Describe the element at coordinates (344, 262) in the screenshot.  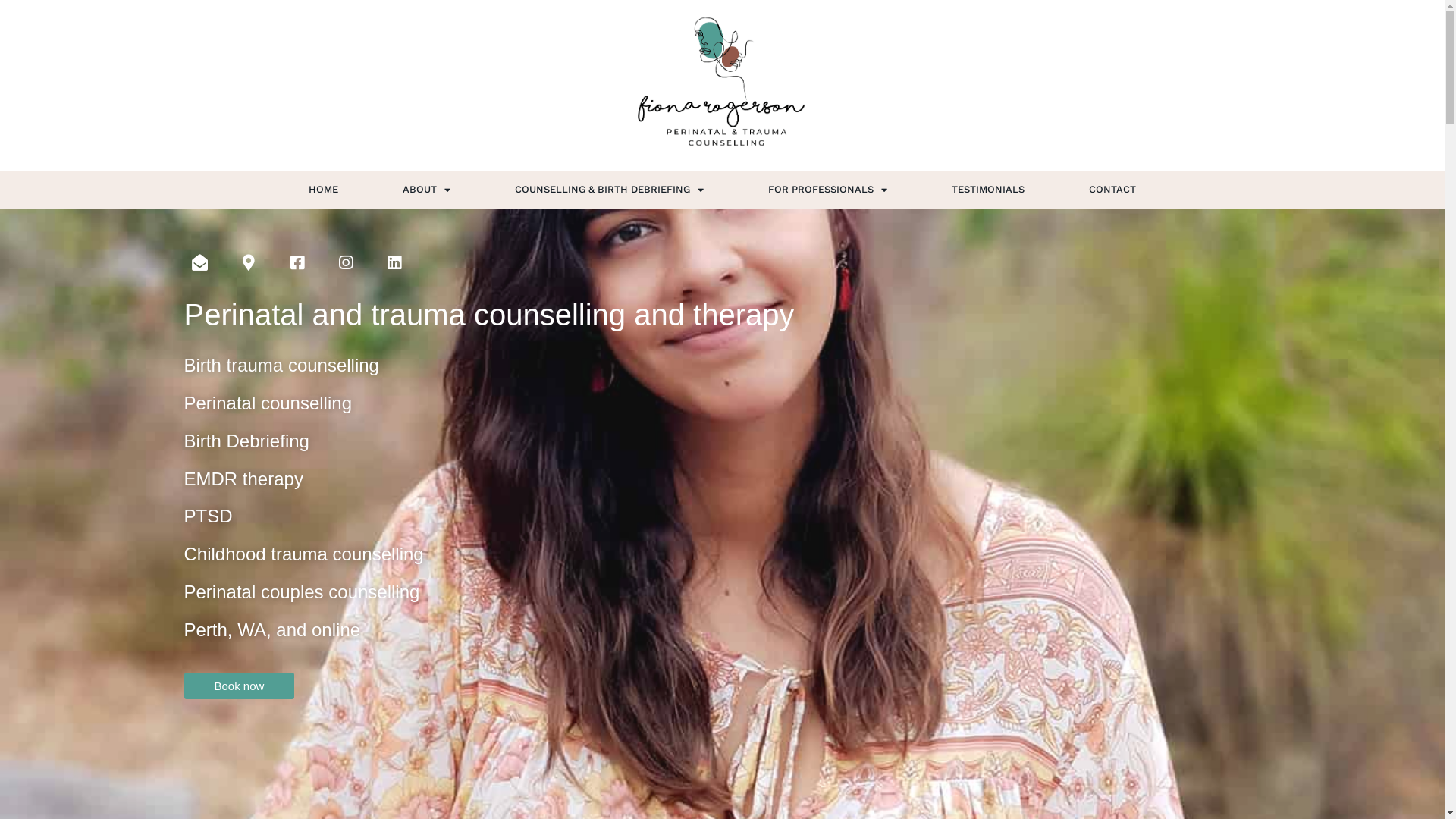
I see `'Instagram'` at that location.